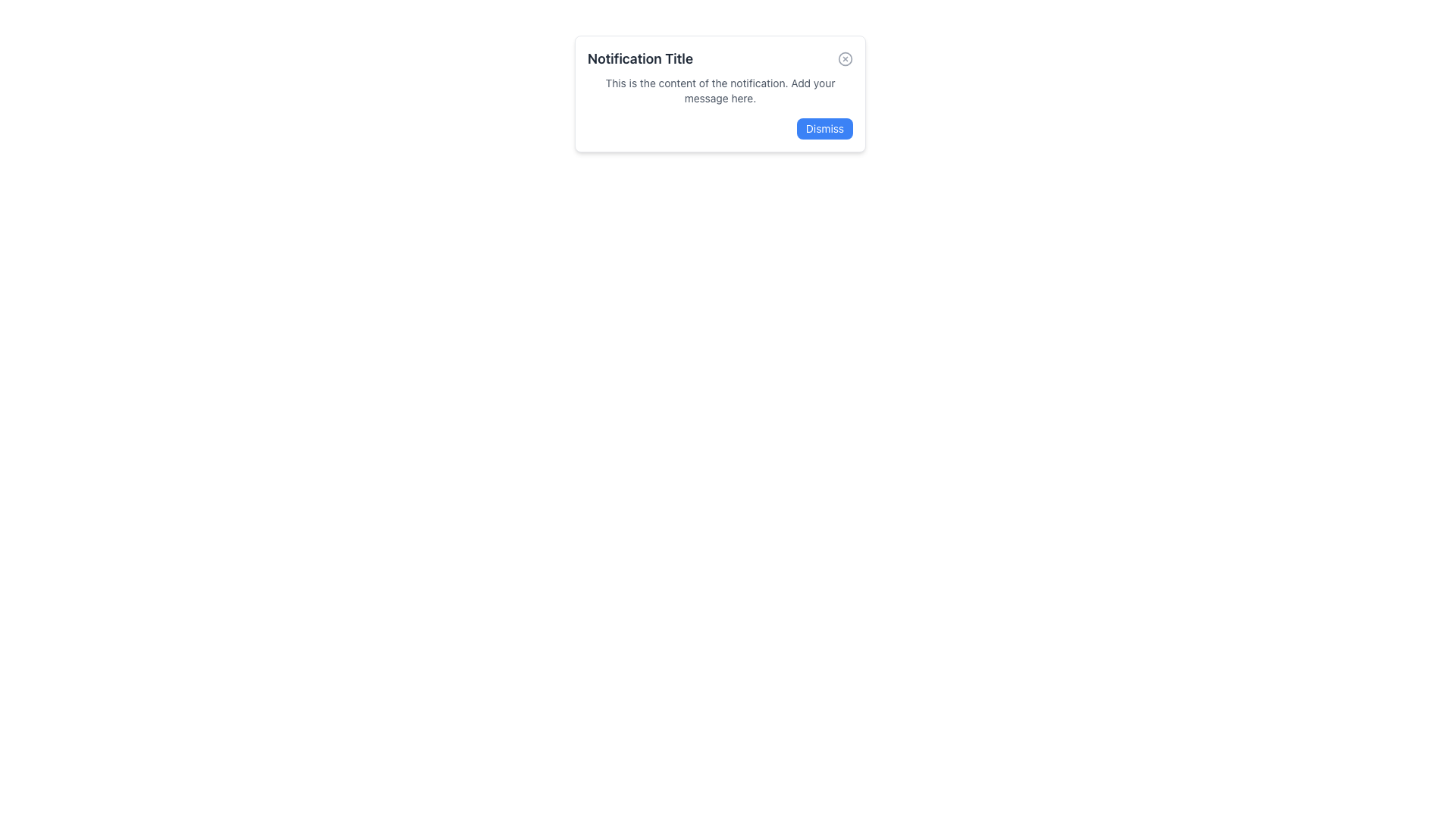 Image resolution: width=1456 pixels, height=819 pixels. I want to click on the small blue button labeled 'Dismiss' to observe the background color change, so click(824, 127).